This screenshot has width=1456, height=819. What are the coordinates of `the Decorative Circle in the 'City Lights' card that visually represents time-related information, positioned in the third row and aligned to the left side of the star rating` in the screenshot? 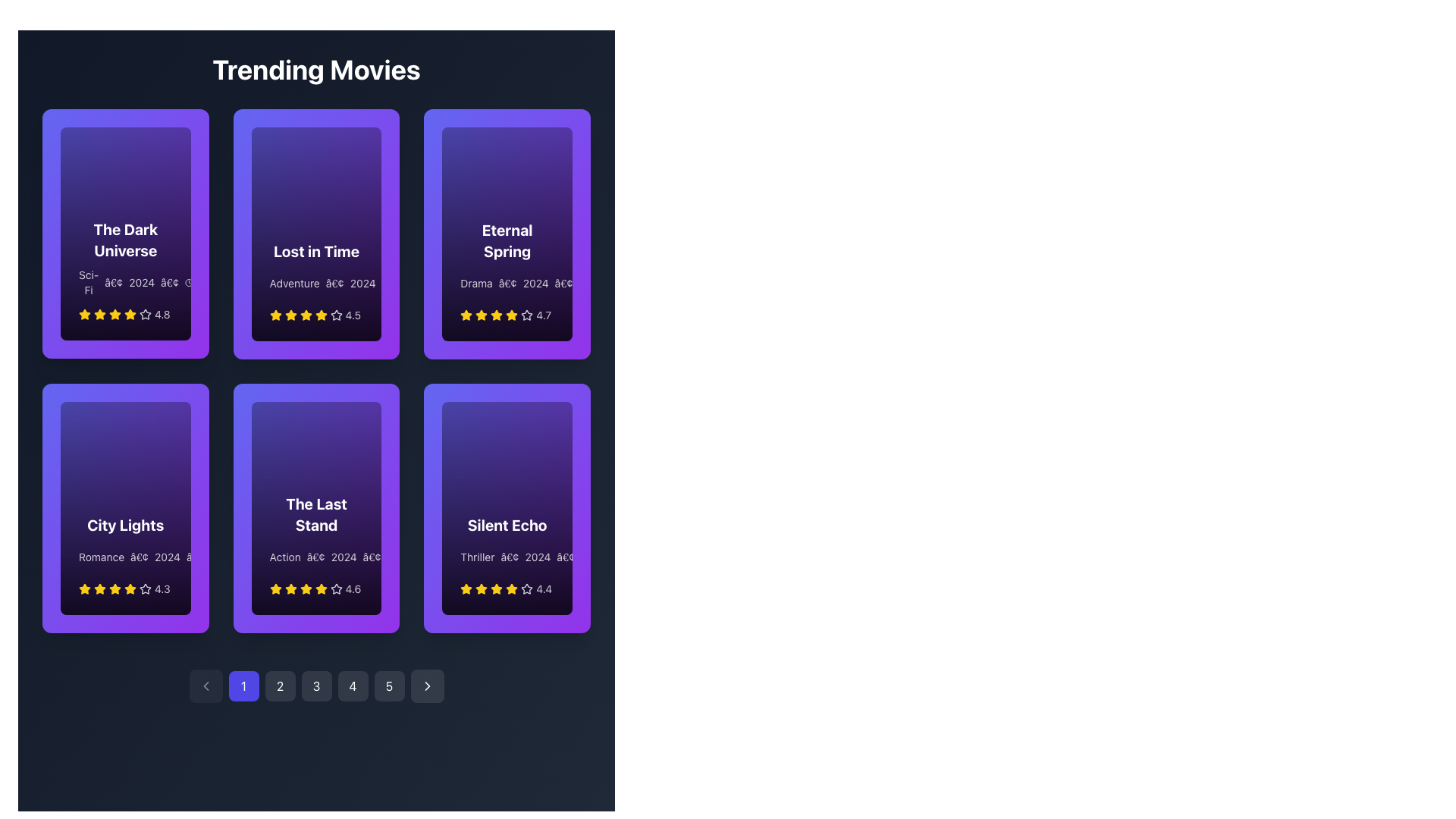 It's located at (214, 557).